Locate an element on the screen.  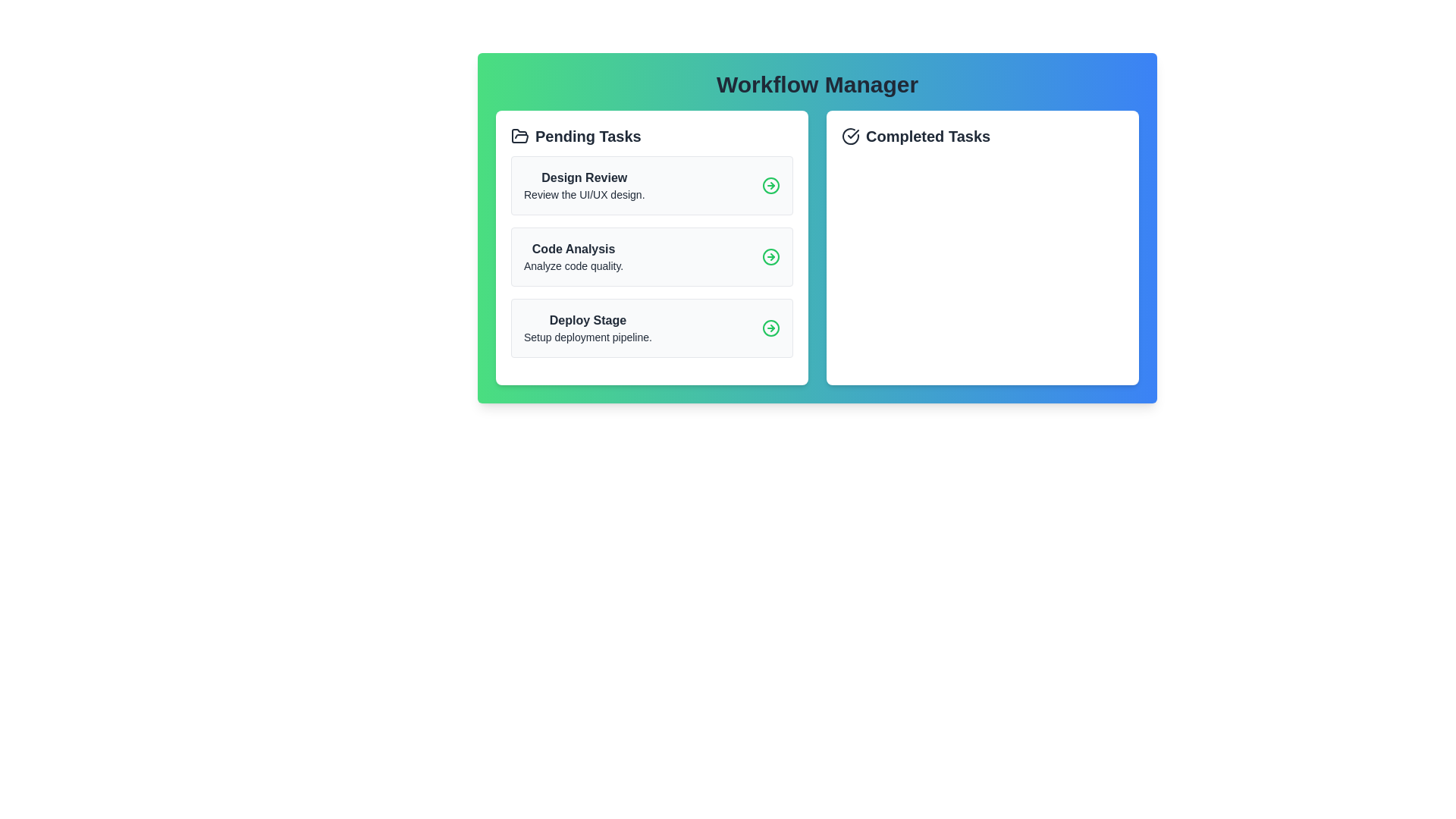
the text-based header element that indicates the name or overarching purpose of the workflow management page, located near the top of the interface is located at coordinates (817, 84).